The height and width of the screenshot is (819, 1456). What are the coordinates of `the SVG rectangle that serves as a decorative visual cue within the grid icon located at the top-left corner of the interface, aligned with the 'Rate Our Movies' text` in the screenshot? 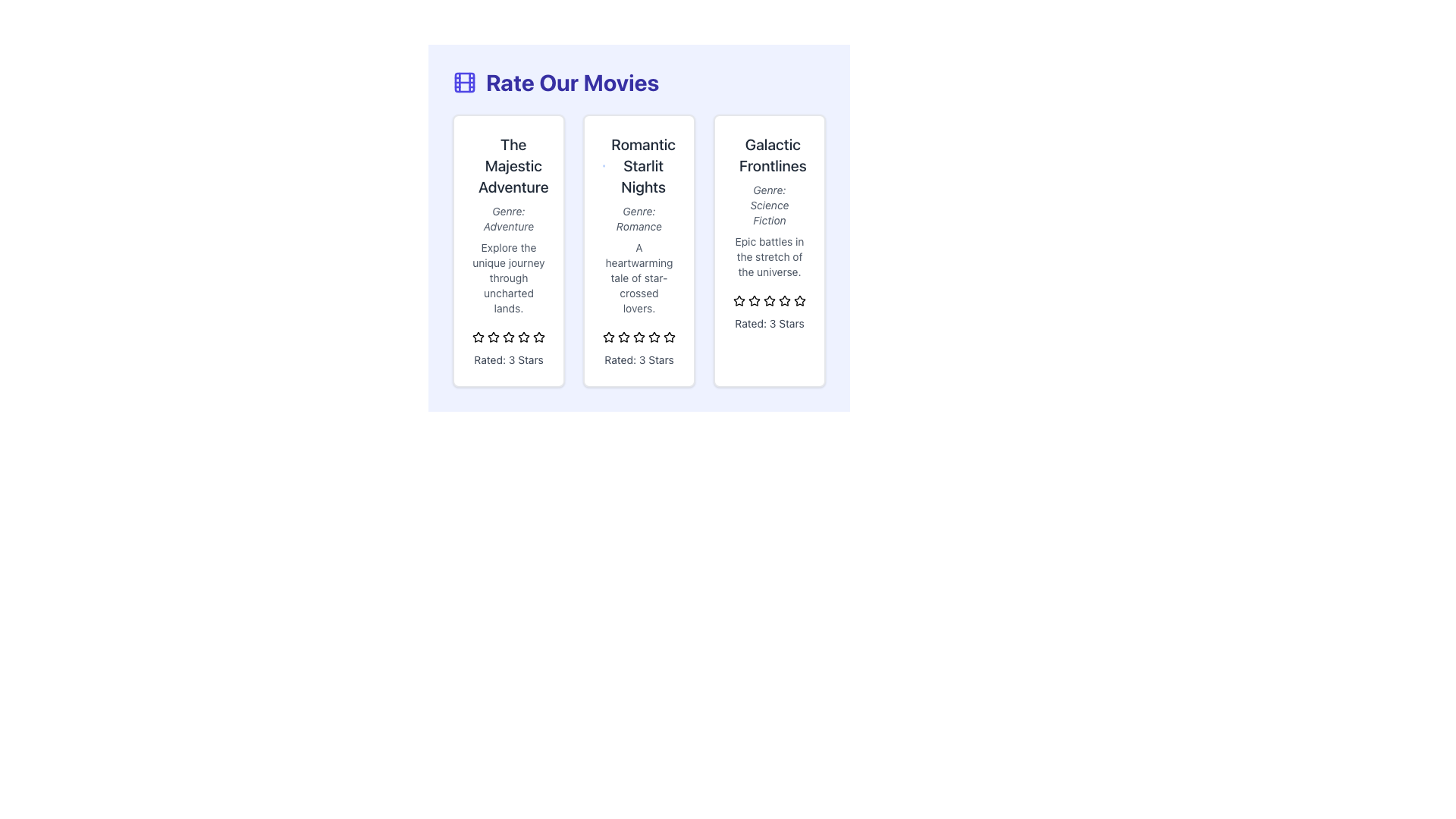 It's located at (464, 82).